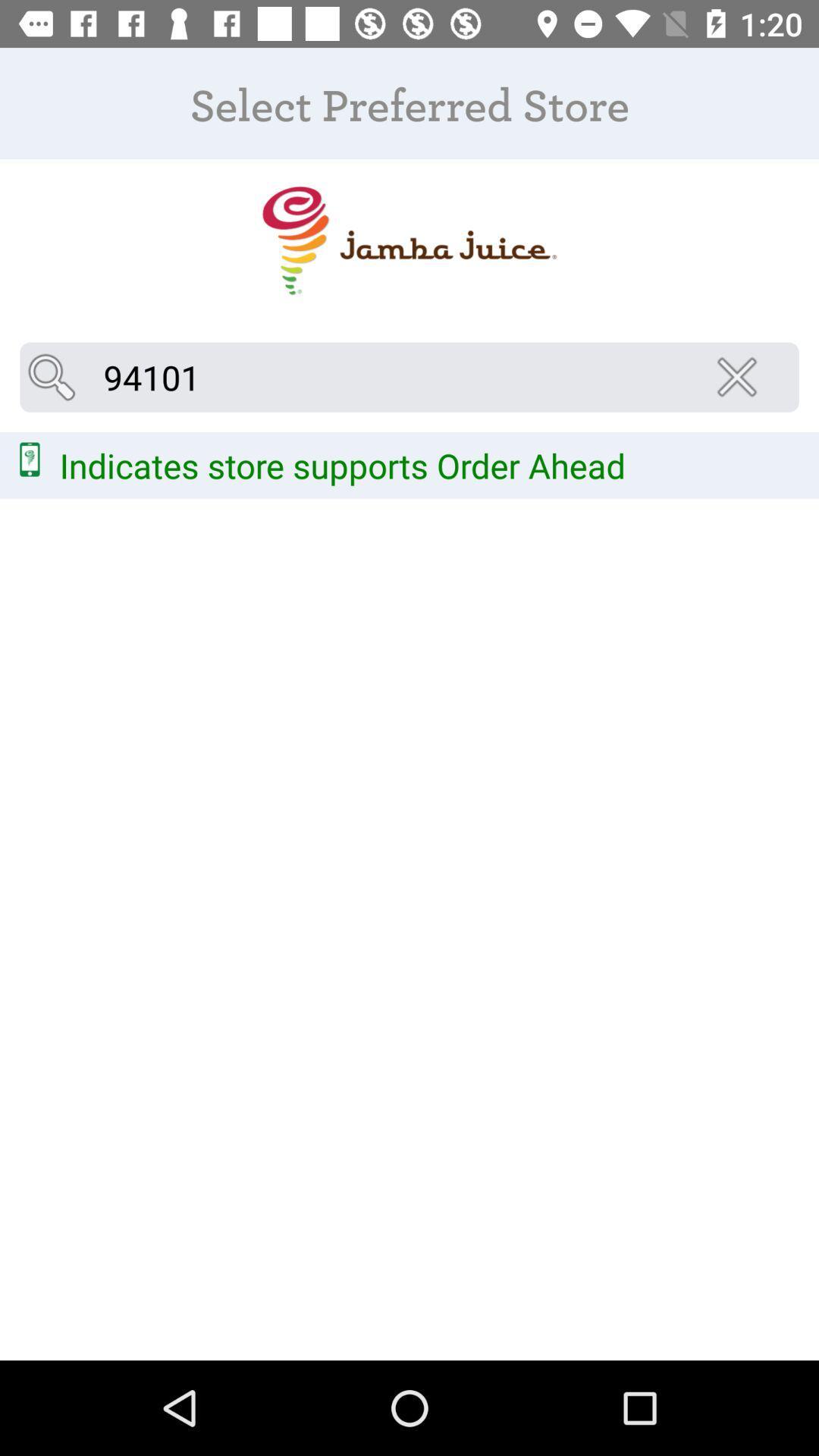 This screenshot has width=819, height=1456. I want to click on delete, so click(741, 377).